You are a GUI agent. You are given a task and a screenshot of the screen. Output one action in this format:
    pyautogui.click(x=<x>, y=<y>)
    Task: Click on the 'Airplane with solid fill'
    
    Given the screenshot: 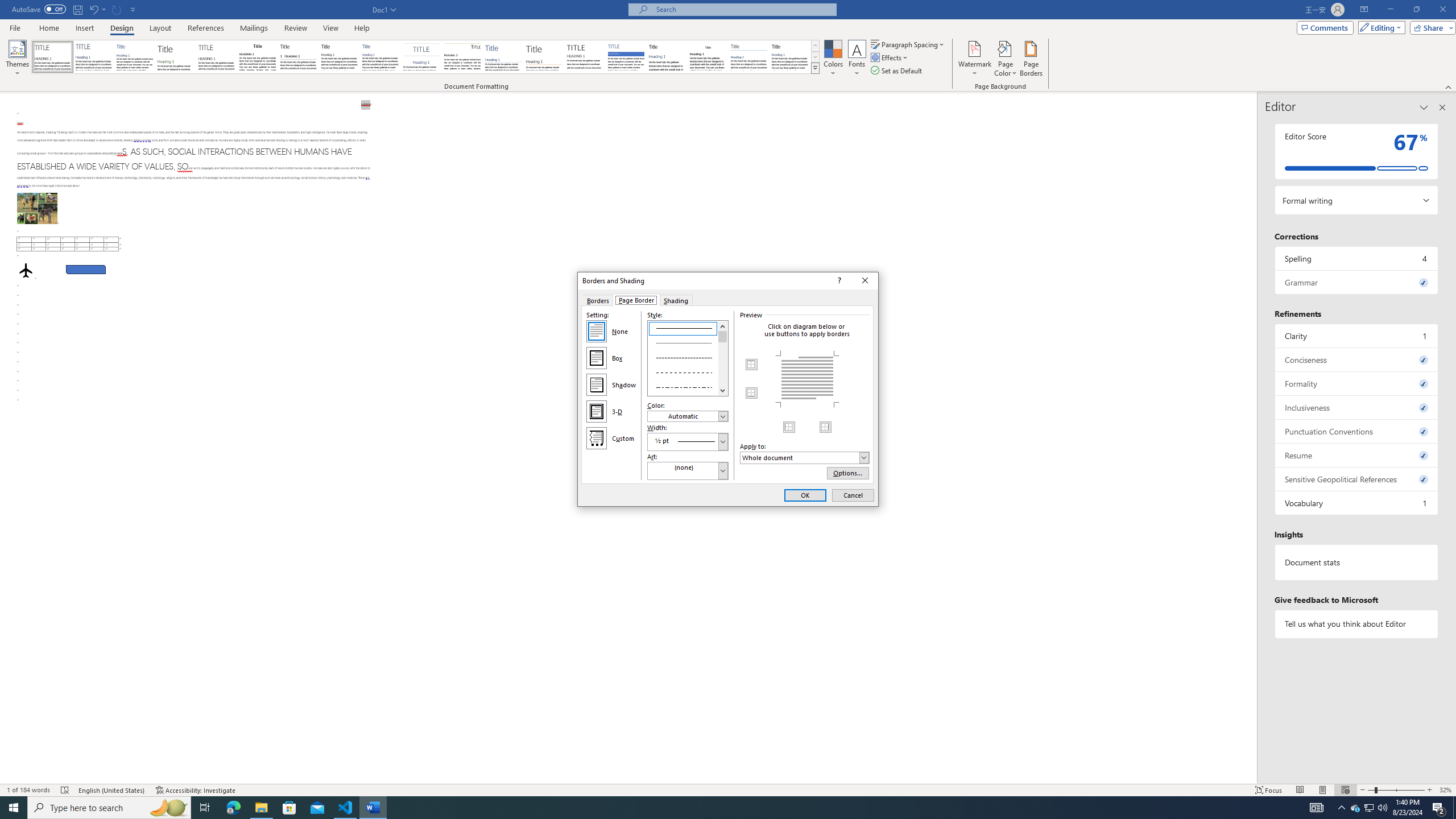 What is the action you would take?
    pyautogui.click(x=26, y=270)
    